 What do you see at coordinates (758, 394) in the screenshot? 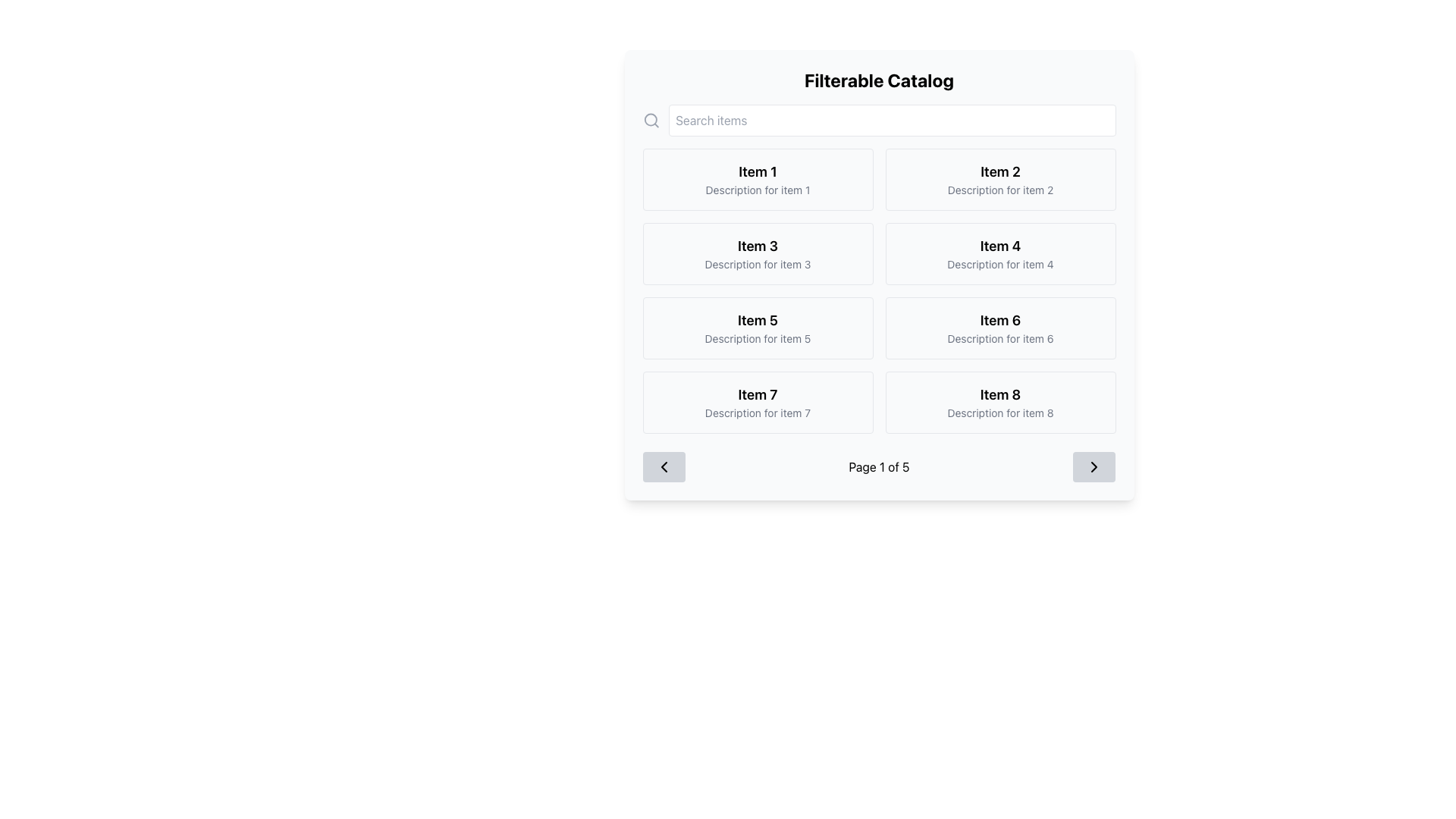
I see `text label displaying 'Item 7' which is styled in bold and larger font size, located in the left column of the fourth row in the grid card` at bounding box center [758, 394].